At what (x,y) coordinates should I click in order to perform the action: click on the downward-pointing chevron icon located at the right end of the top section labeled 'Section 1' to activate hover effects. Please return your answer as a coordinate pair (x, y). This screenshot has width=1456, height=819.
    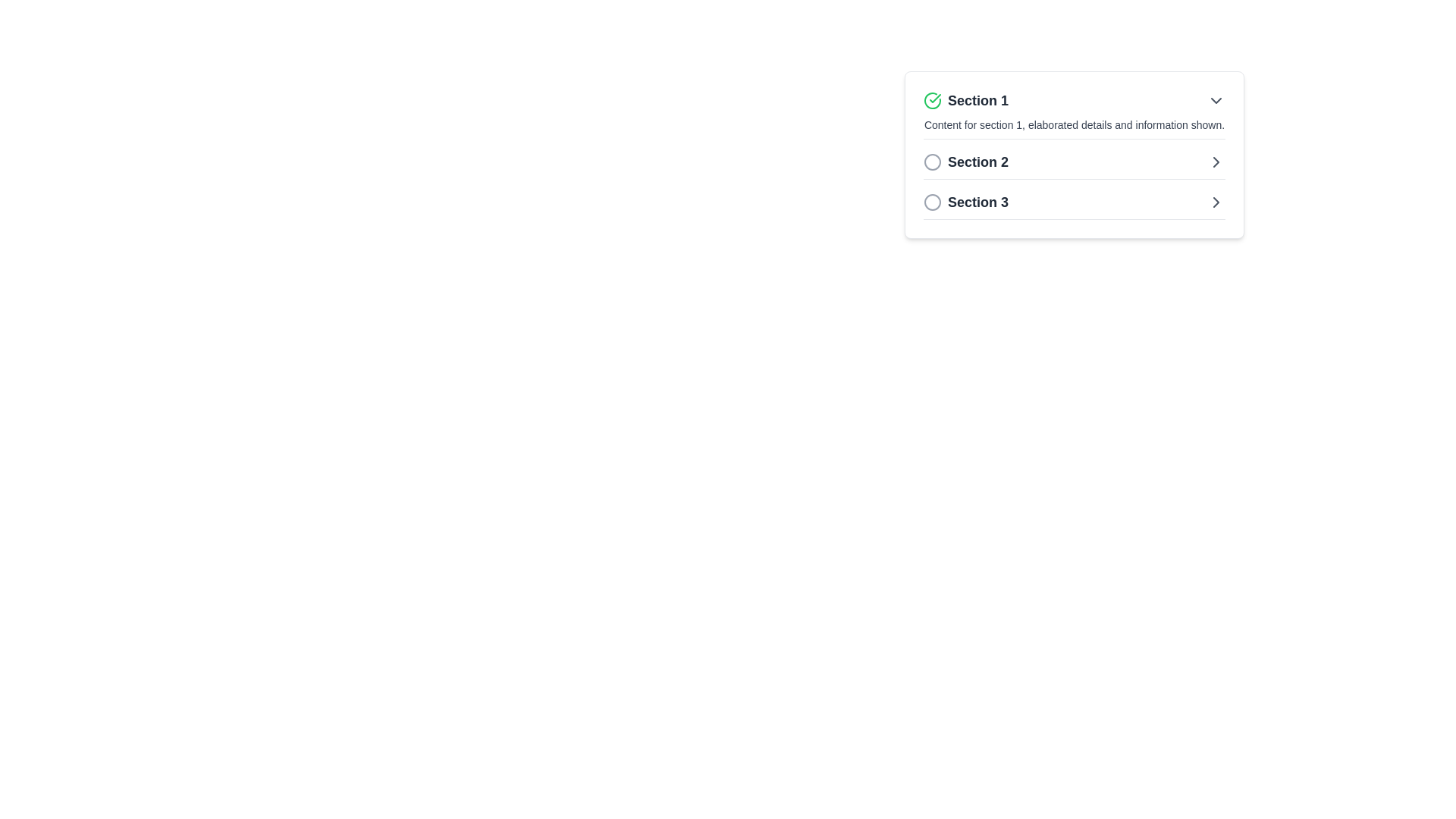
    Looking at the image, I should click on (1216, 100).